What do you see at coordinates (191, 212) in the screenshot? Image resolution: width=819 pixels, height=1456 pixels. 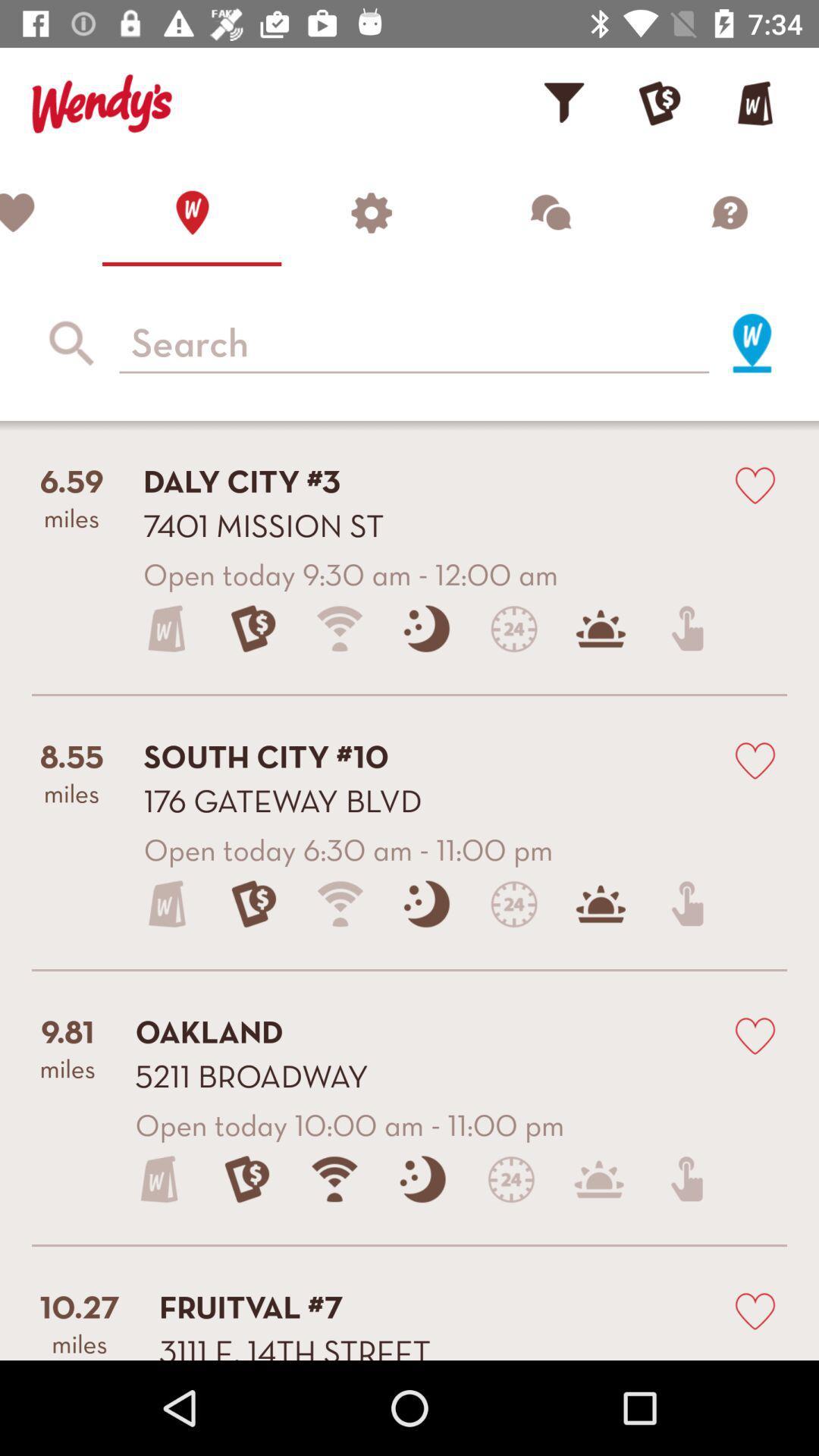 I see `locate store` at bounding box center [191, 212].